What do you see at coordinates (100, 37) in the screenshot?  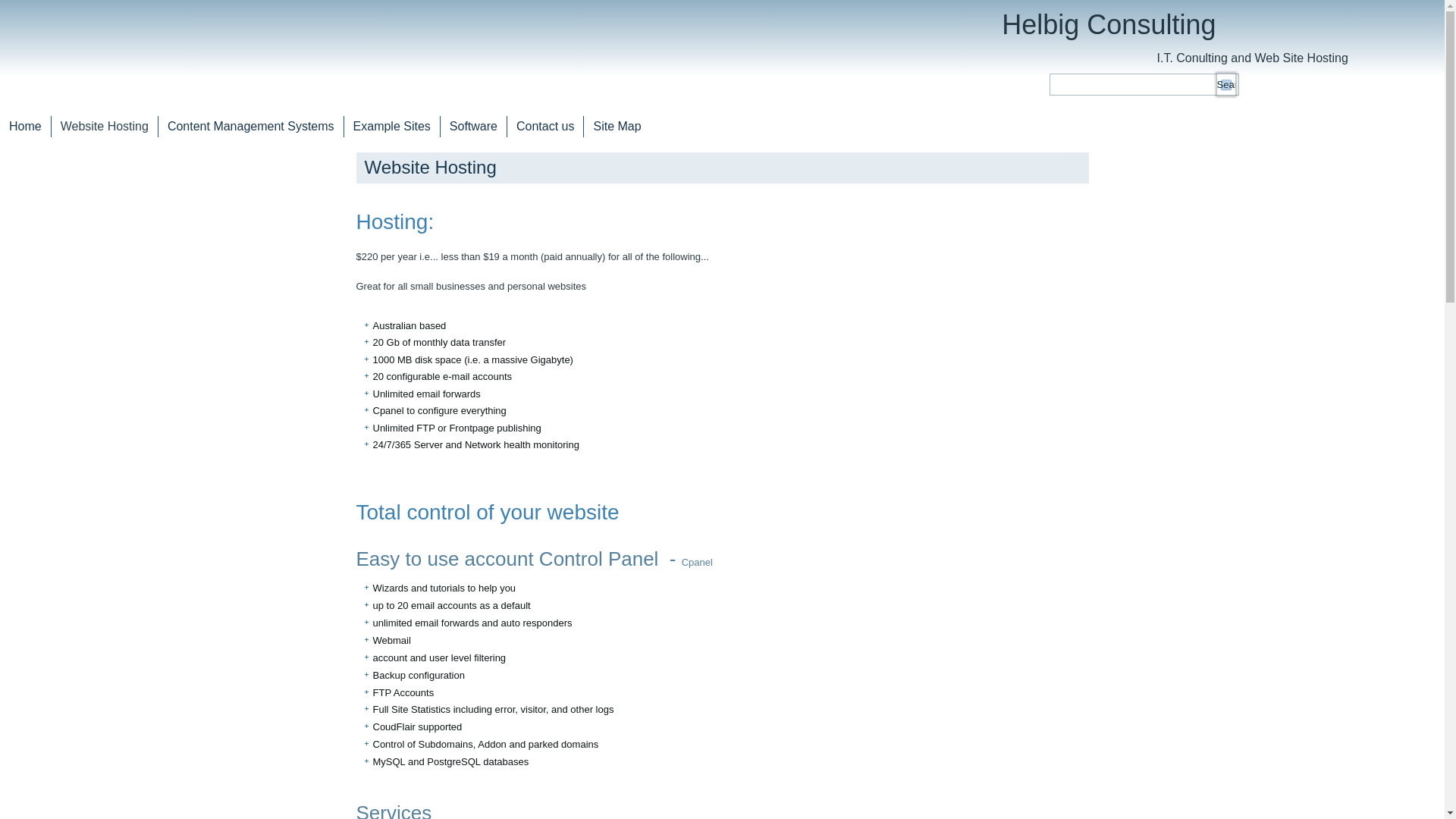 I see `'home'` at bounding box center [100, 37].